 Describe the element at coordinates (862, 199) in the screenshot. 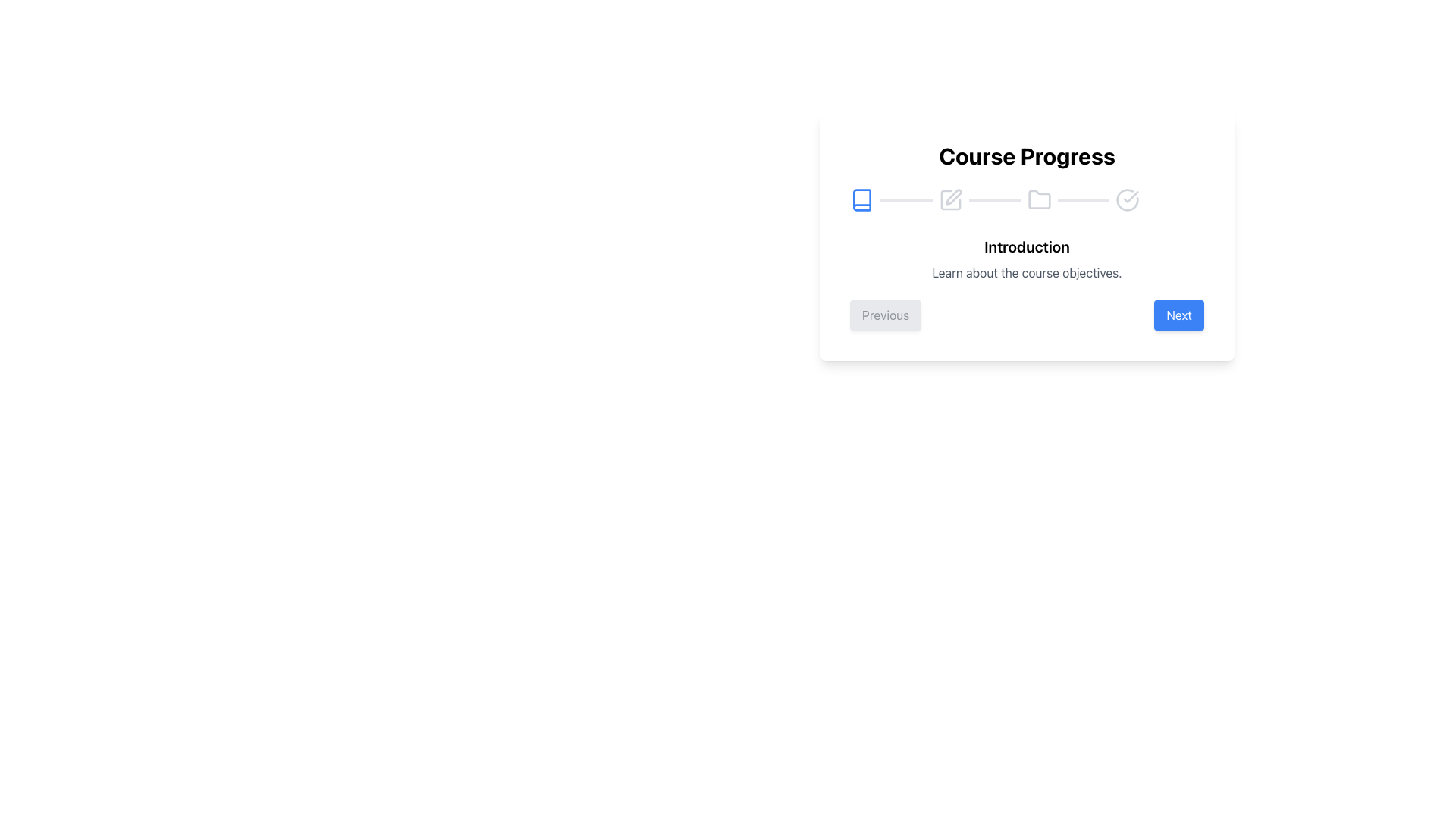

I see `the first stage progress icon located at the far-left side of the progress bar` at that location.